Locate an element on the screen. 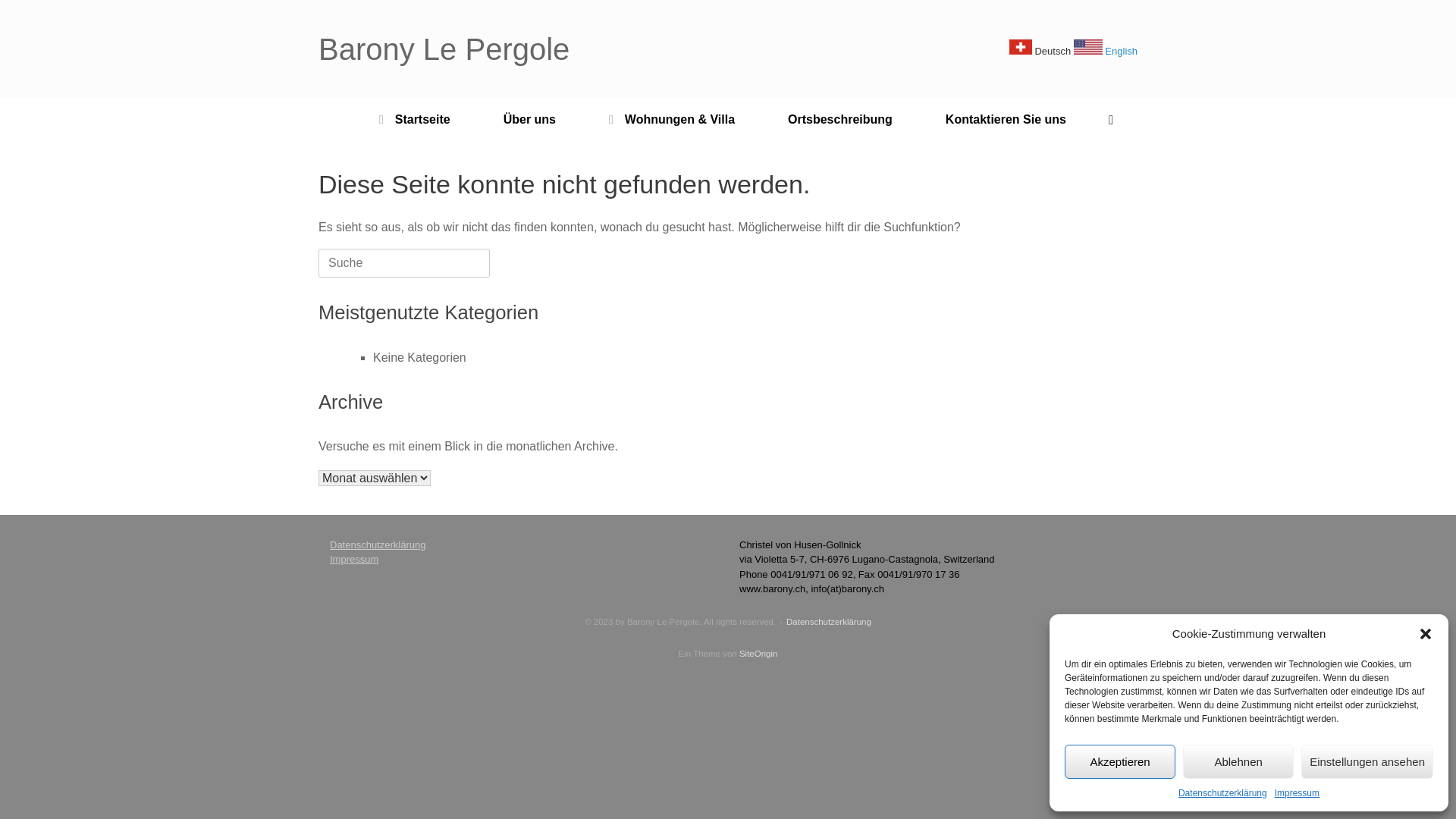 The image size is (1456, 819). 'Barony Le Pergole' is located at coordinates (443, 49).